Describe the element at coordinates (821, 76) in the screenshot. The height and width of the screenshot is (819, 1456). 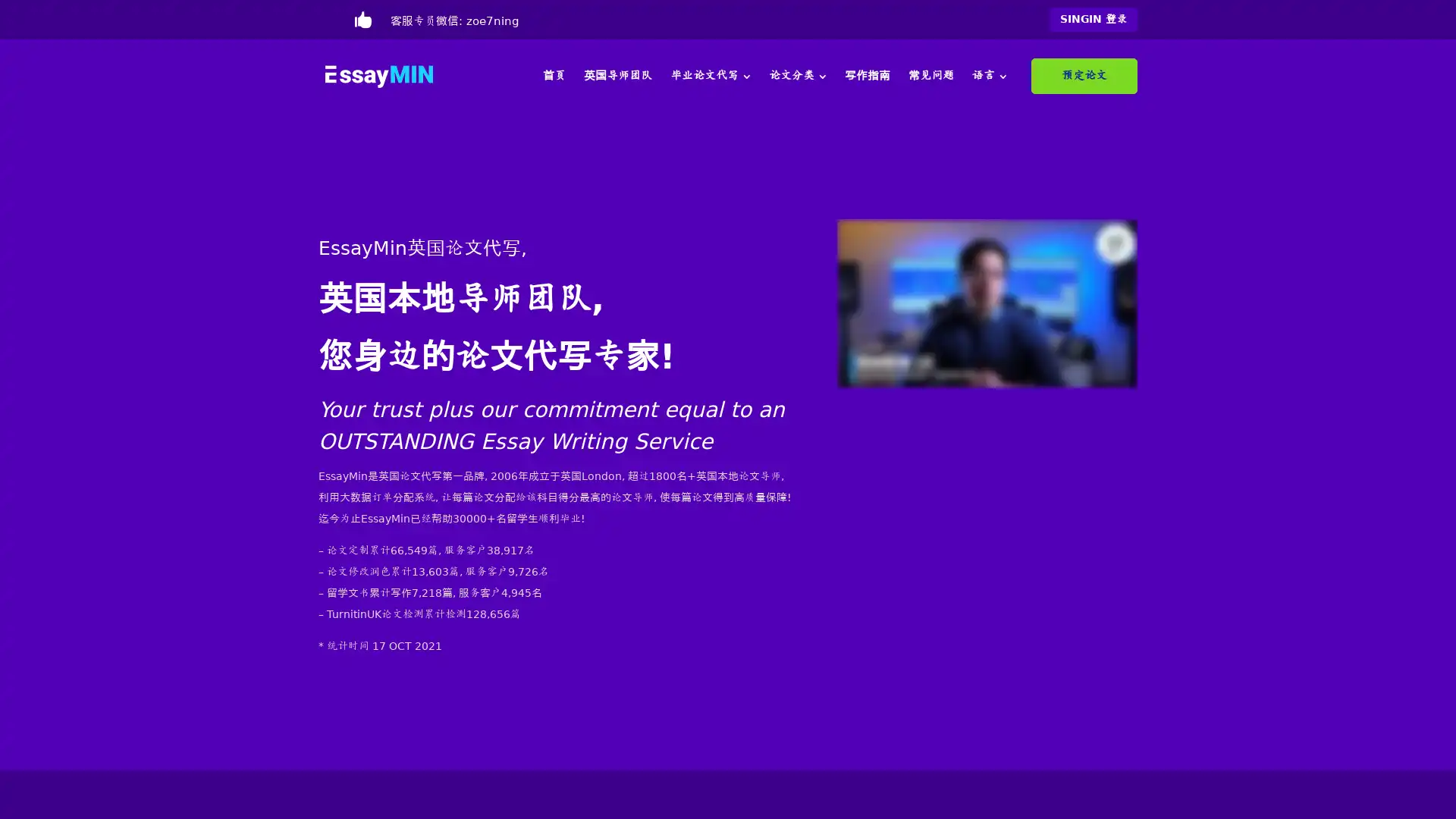
I see `3` at that location.